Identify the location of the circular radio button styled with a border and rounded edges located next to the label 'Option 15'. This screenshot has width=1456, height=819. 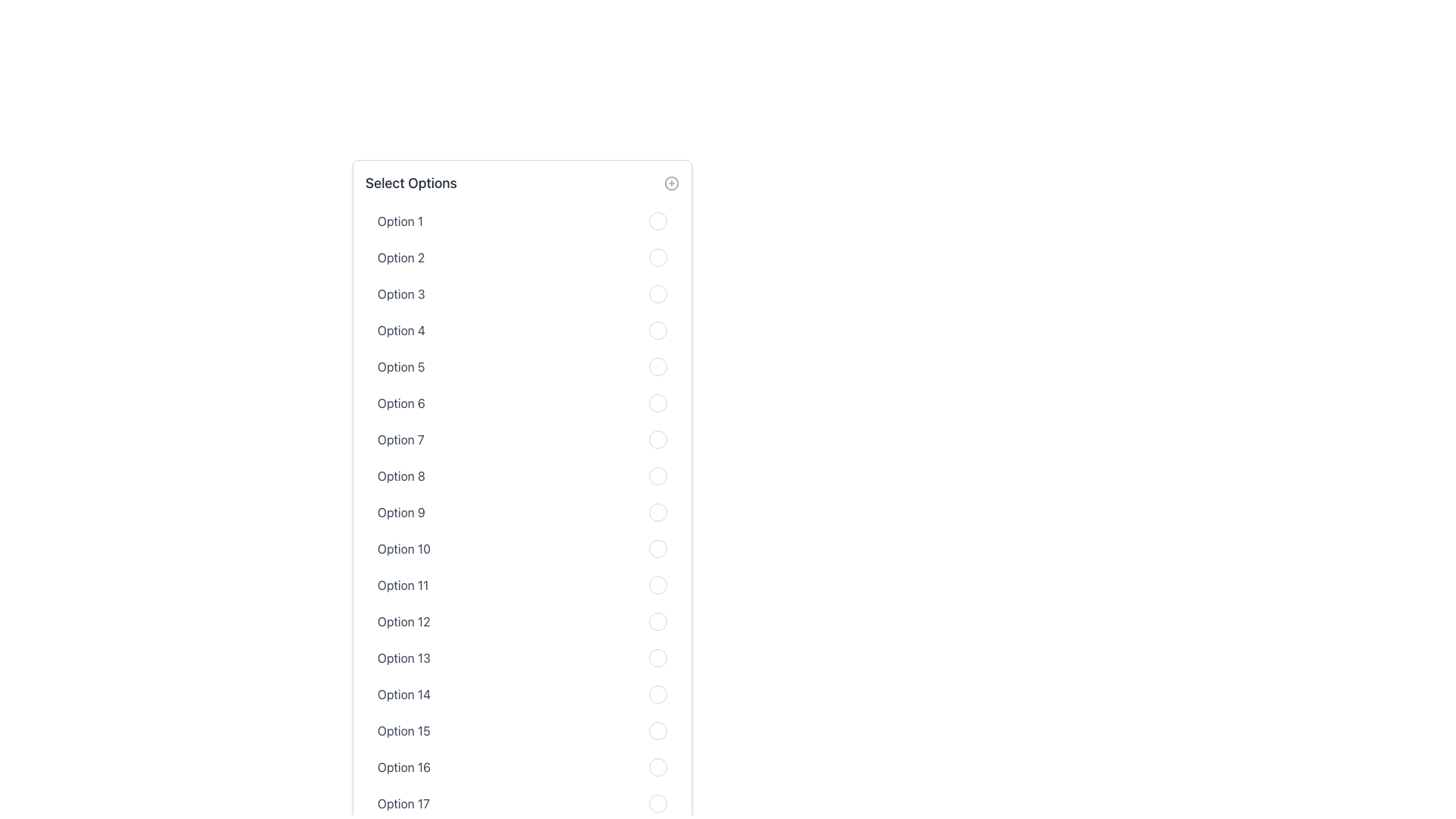
(658, 730).